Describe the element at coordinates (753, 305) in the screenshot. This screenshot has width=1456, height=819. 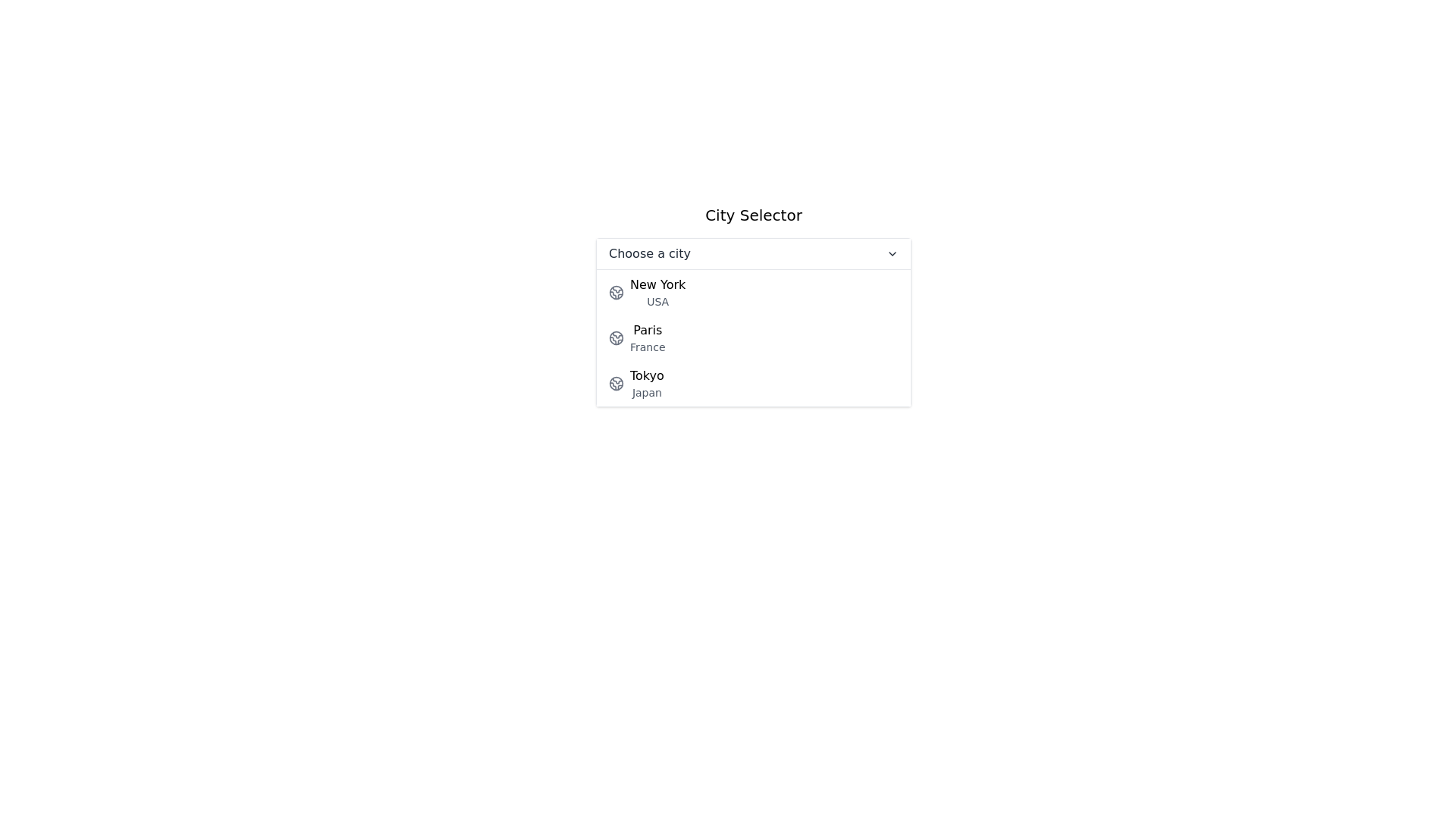
I see `the dropdown menu` at that location.